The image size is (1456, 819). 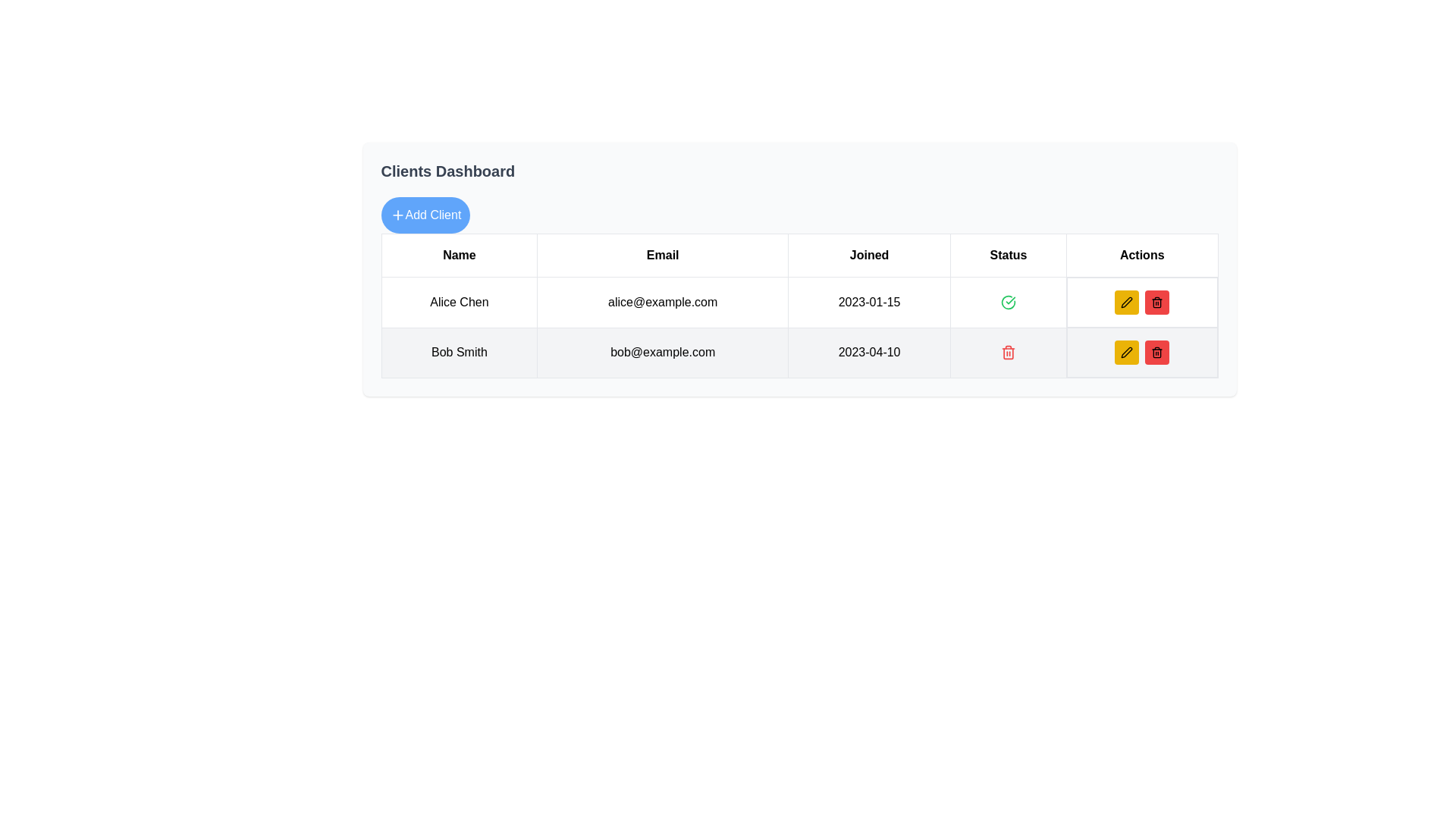 What do you see at coordinates (1127, 302) in the screenshot?
I see `the pen icon with a yellow background located in the 'Actions' column of the second row, corresponding to the user 'Bob Smith'` at bounding box center [1127, 302].